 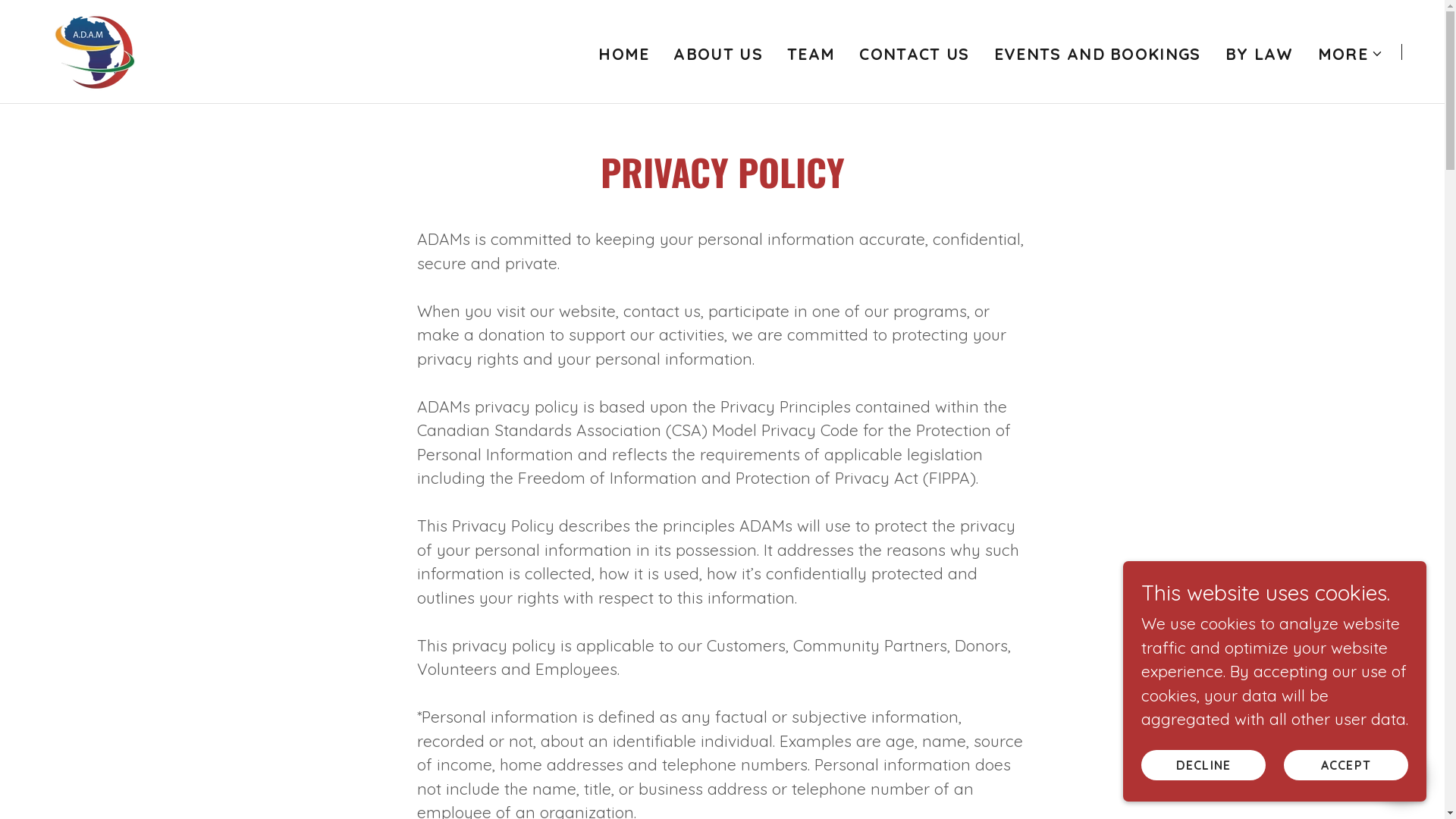 I want to click on 'ABOUT US', so click(x=717, y=52).